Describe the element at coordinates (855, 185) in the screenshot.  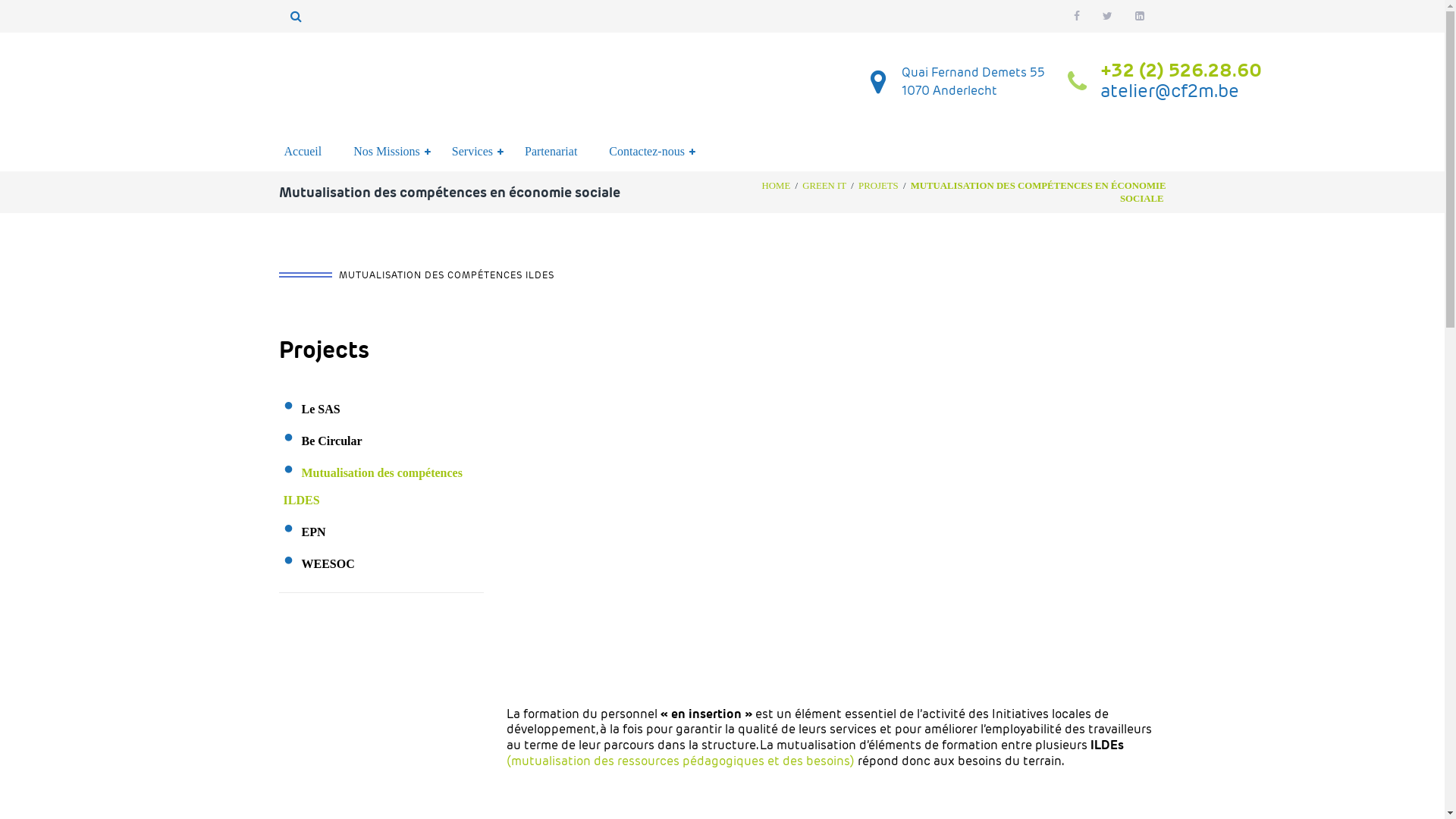
I see `'PROJETS'` at that location.